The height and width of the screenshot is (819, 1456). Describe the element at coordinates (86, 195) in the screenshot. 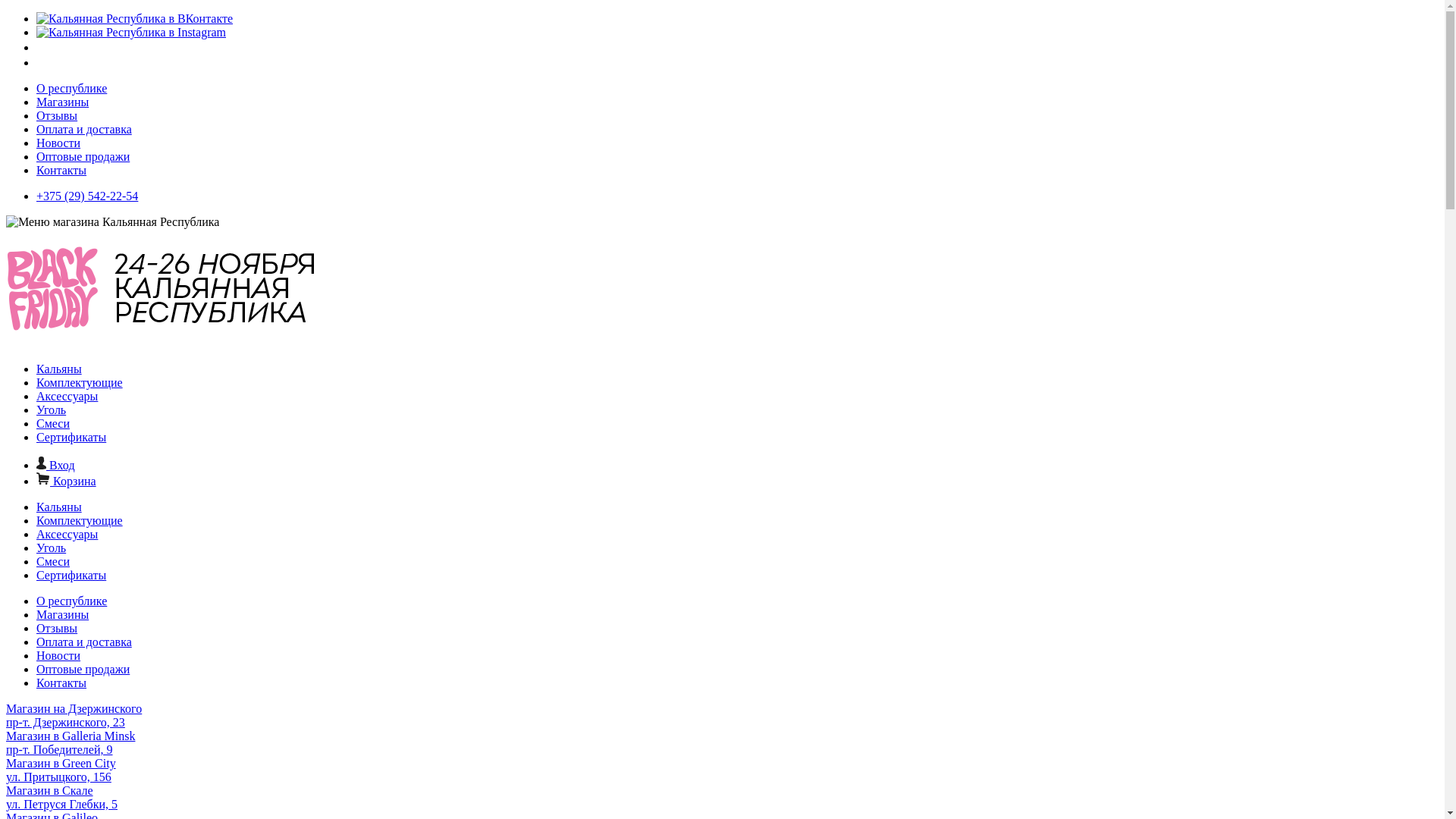

I see `'+375 (29) 542-22-54'` at that location.